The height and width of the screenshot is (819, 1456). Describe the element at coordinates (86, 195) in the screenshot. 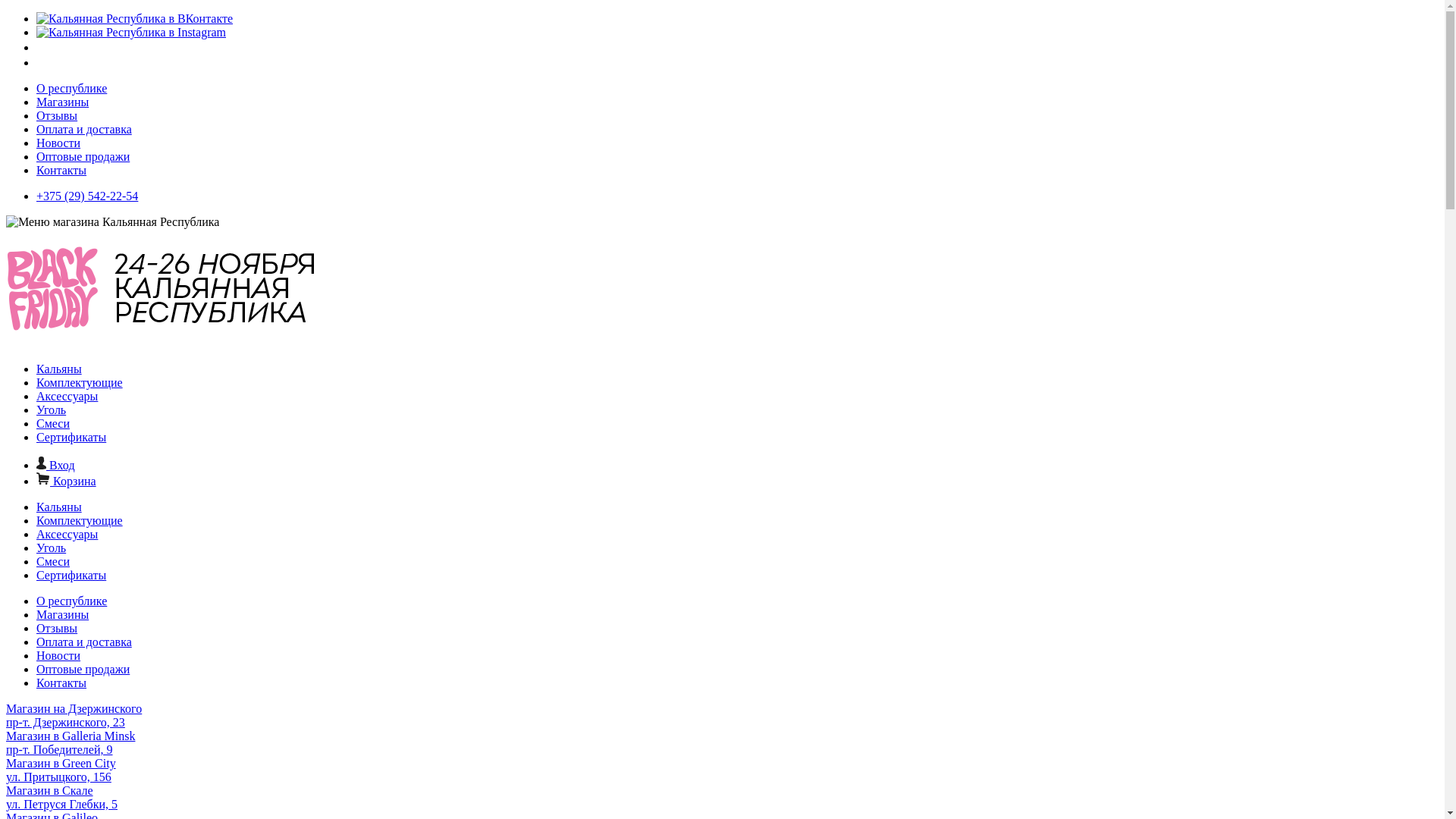

I see `'+375 (29) 542-22-54'` at that location.